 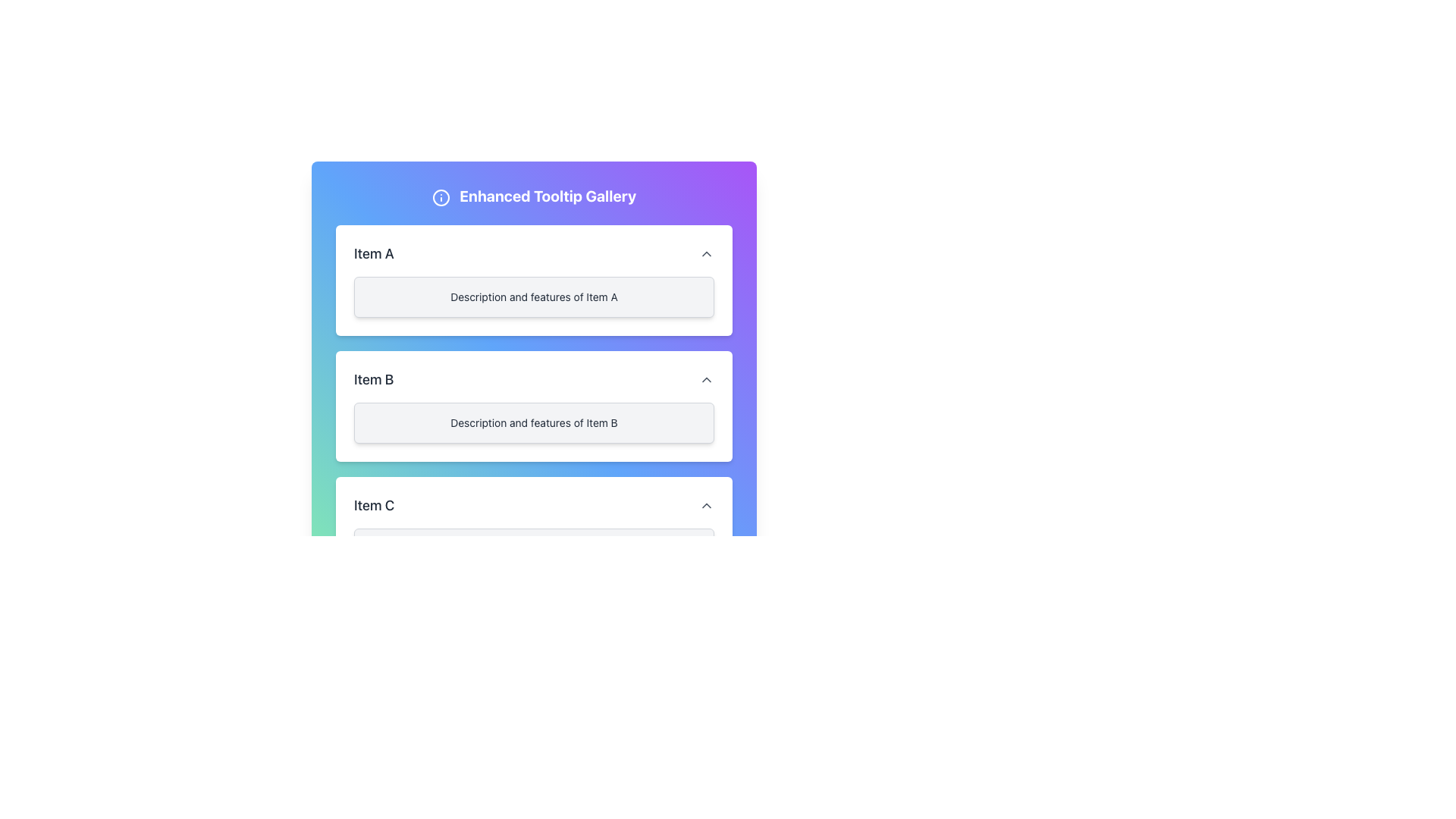 I want to click on the prominent text element with the wording 'Enhanced Tooltip Gallery', which is styled as a bold, large header on a color-gradient background, so click(x=534, y=195).